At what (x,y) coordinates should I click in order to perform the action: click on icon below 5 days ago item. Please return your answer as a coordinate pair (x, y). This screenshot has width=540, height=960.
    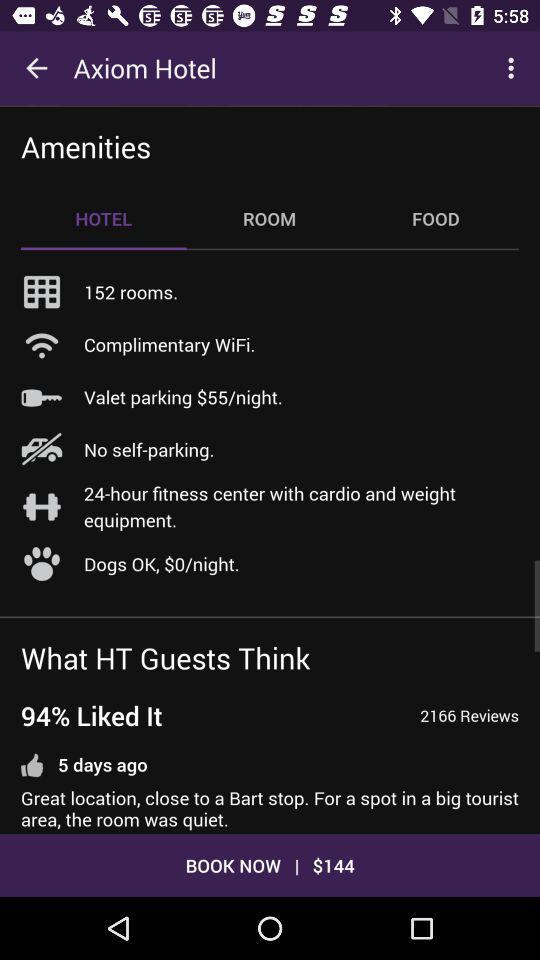
    Looking at the image, I should click on (270, 809).